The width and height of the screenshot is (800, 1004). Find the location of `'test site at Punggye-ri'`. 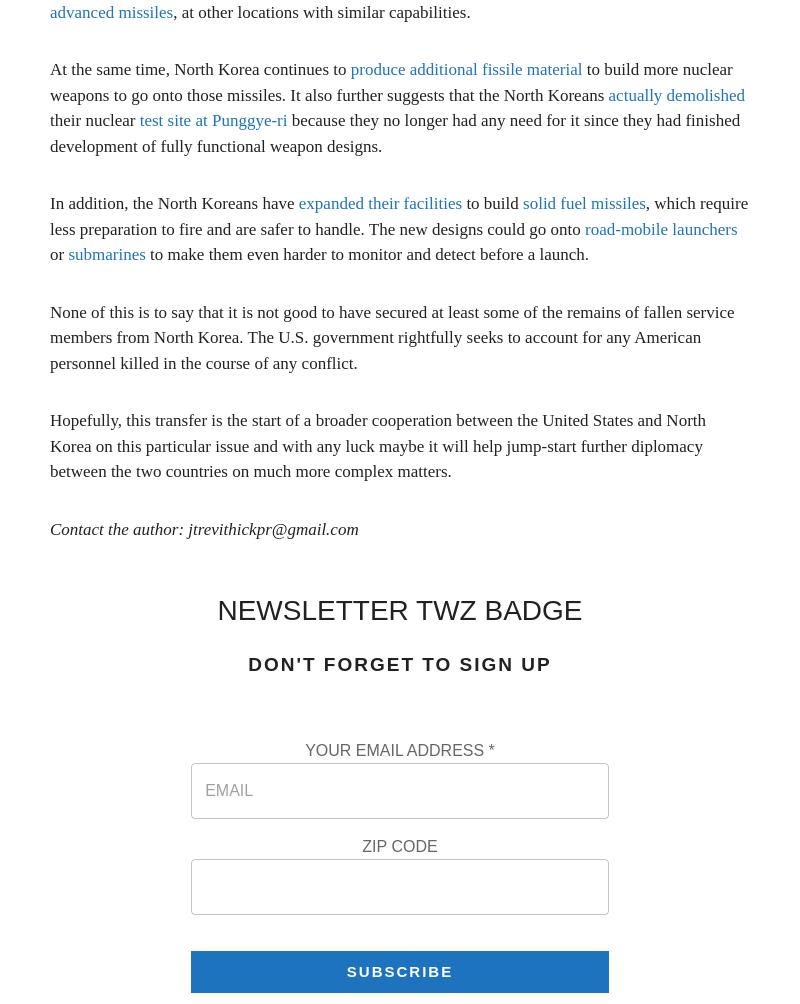

'test site at Punggye-ri' is located at coordinates (212, 120).